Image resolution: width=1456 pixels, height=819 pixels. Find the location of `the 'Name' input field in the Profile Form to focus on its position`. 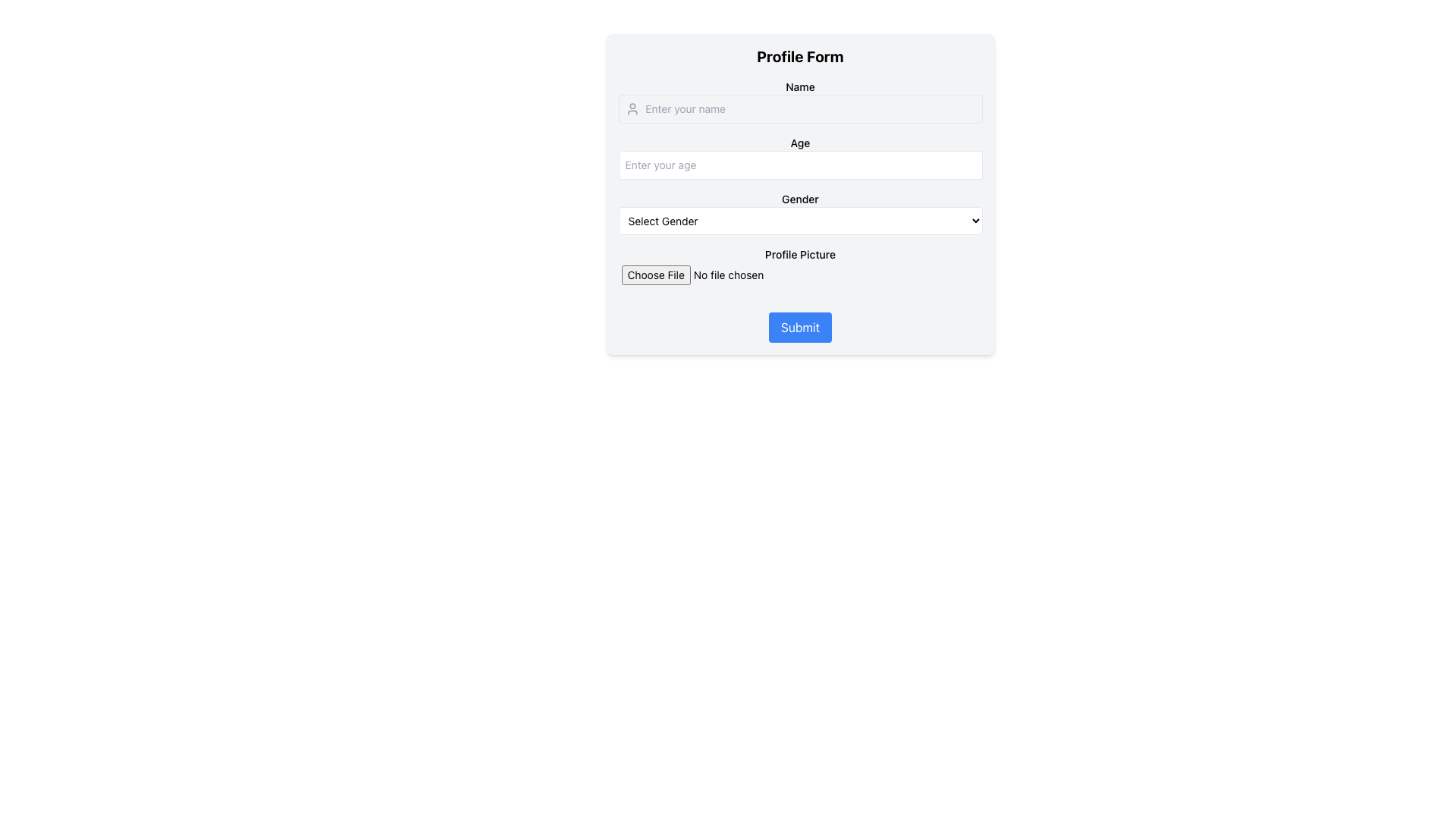

the 'Name' input field in the Profile Form to focus on its position is located at coordinates (799, 102).